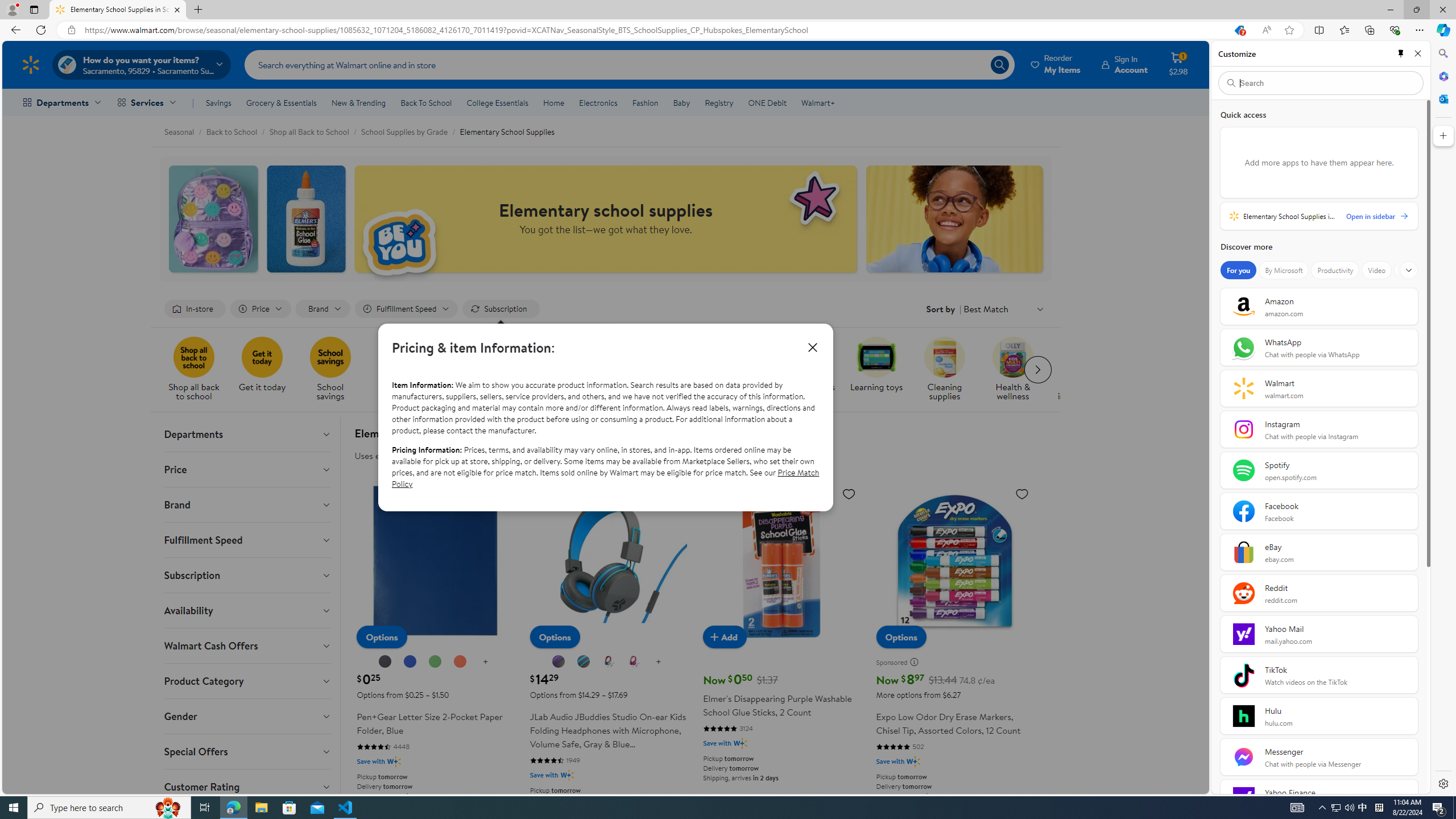 Image resolution: width=1456 pixels, height=819 pixels. I want to click on 'For you', so click(1238, 270).